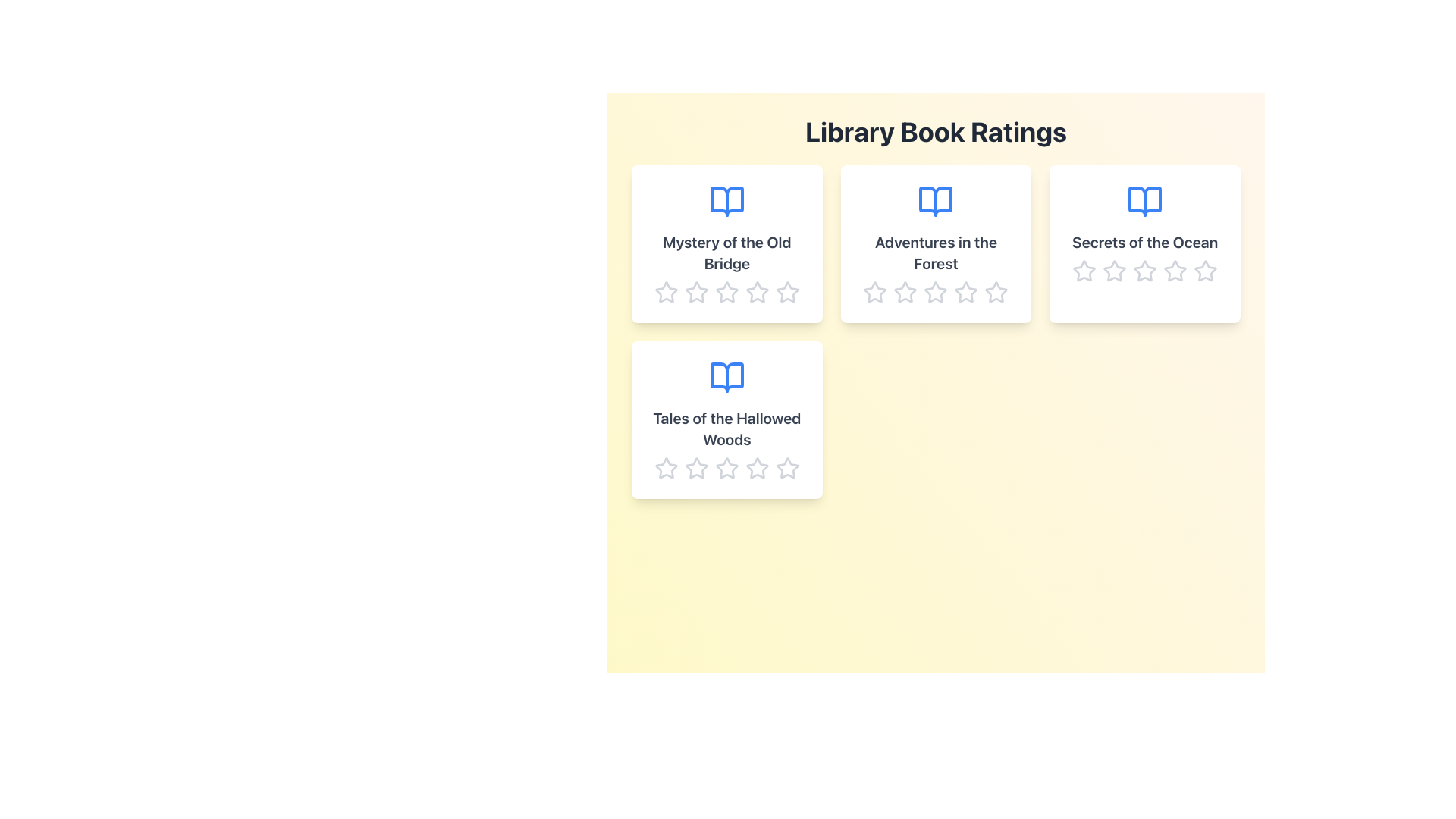 This screenshot has width=1456, height=819. I want to click on the fifth star icon in the rating system for the book 'Tales of the Hallowed Woods', so click(787, 467).